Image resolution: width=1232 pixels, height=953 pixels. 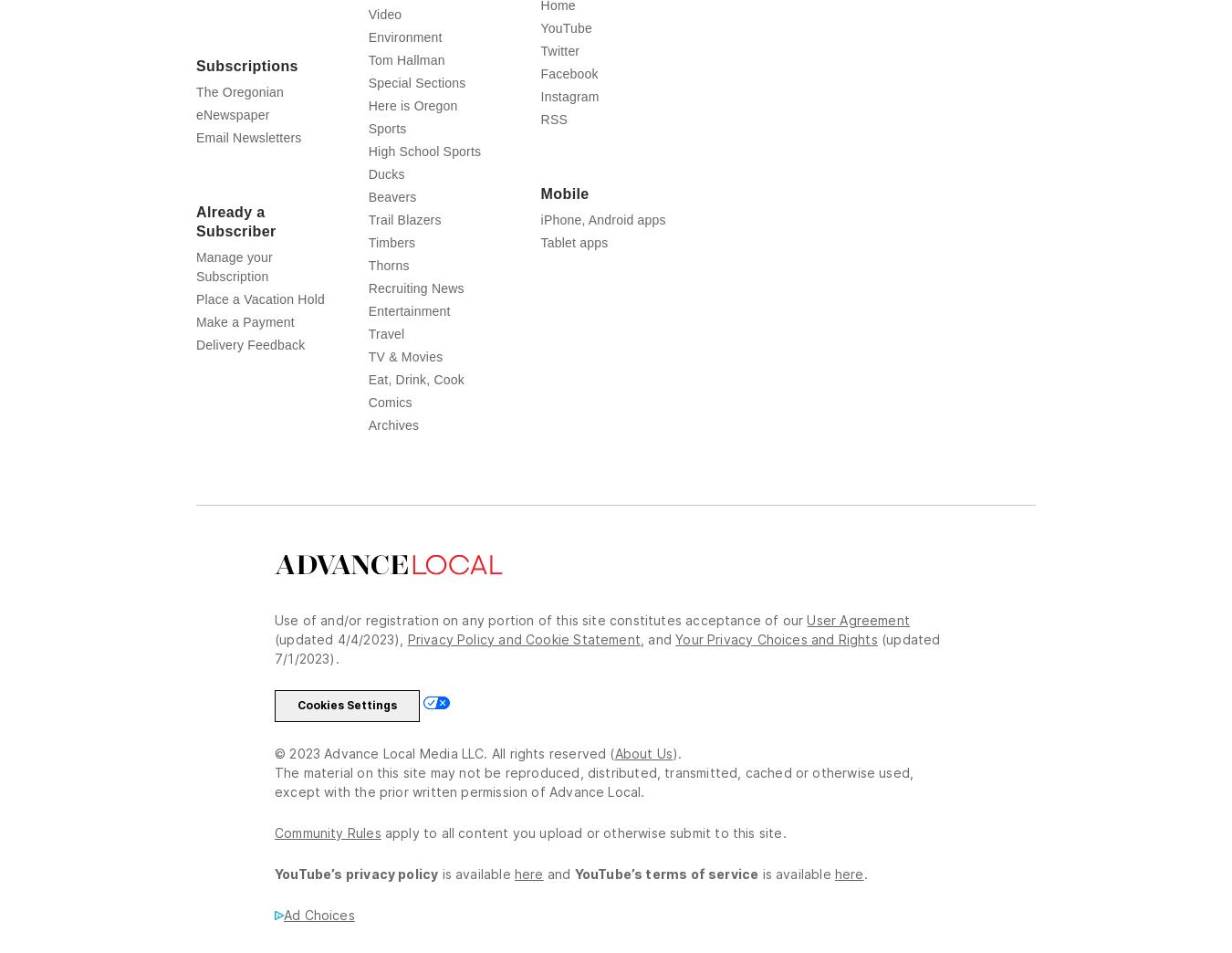 I want to click on 'Eat, Drink, Cook', so click(x=414, y=414).